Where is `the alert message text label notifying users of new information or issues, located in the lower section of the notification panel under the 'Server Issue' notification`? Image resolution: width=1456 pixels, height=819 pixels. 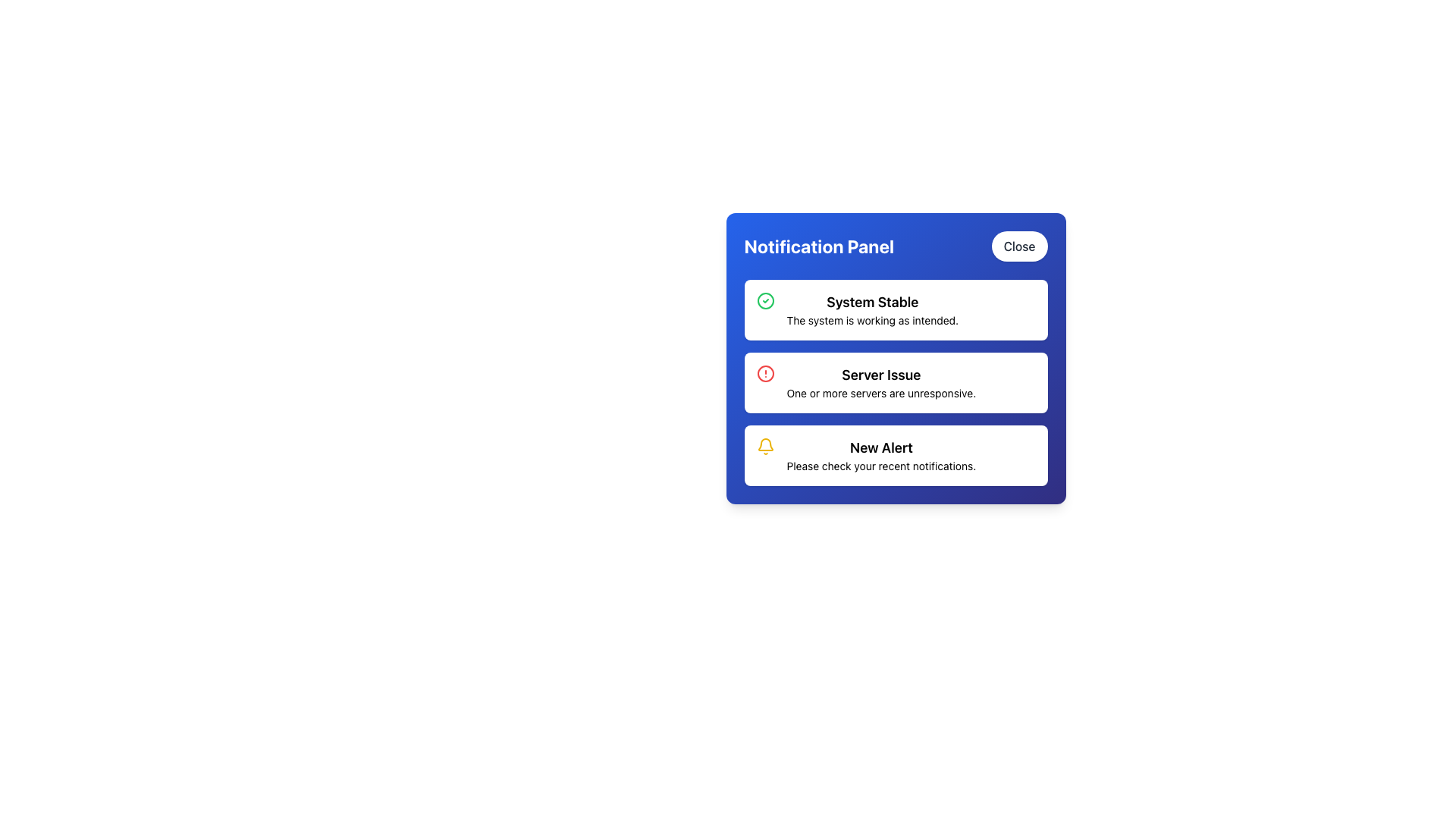 the alert message text label notifying users of new information or issues, located in the lower section of the notification panel under the 'Server Issue' notification is located at coordinates (881, 455).